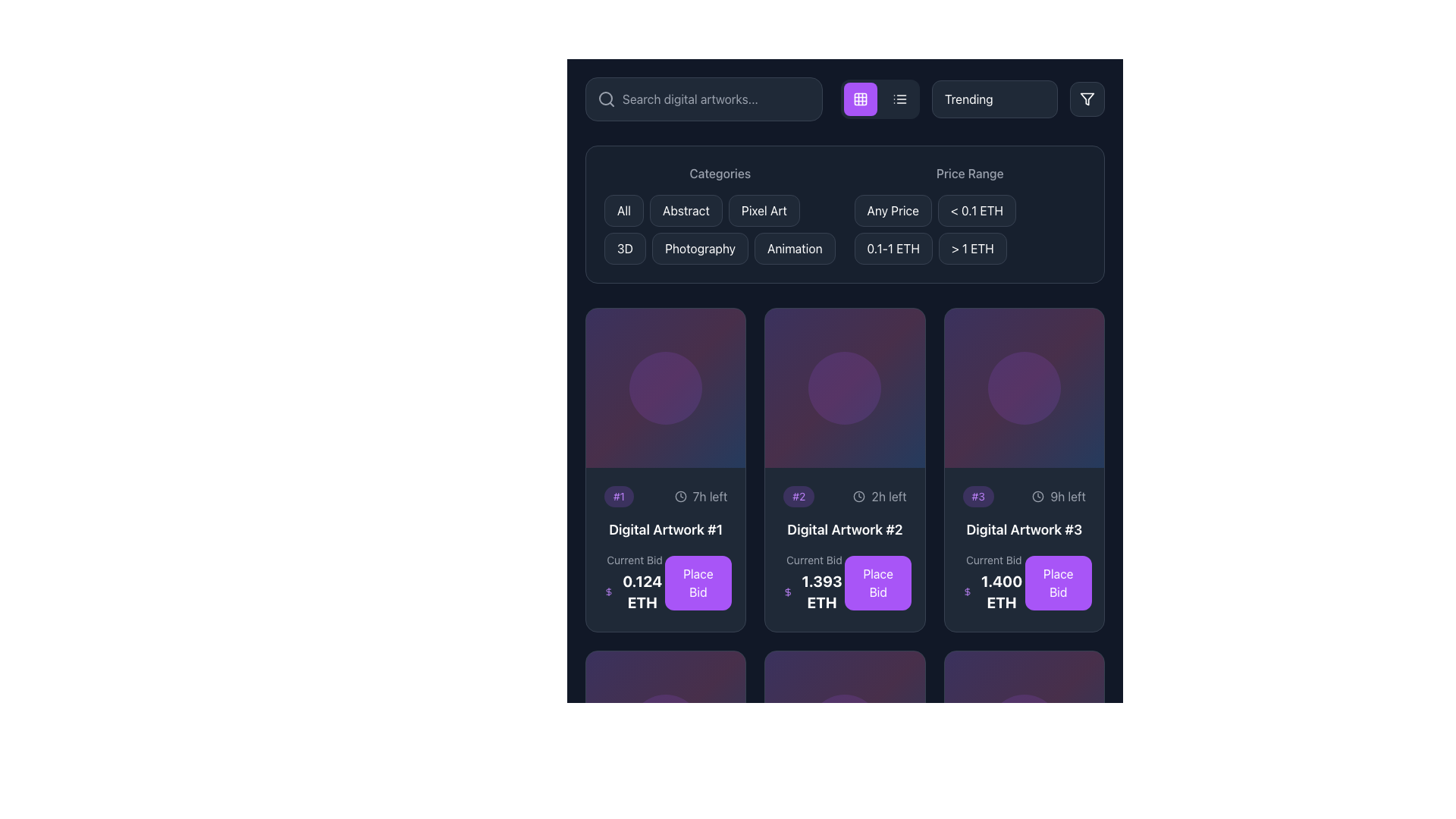  What do you see at coordinates (1024, 550) in the screenshot?
I see `bid price details on the interactive card displaying digital artwork details, which is the third card in a horizontal row` at bounding box center [1024, 550].